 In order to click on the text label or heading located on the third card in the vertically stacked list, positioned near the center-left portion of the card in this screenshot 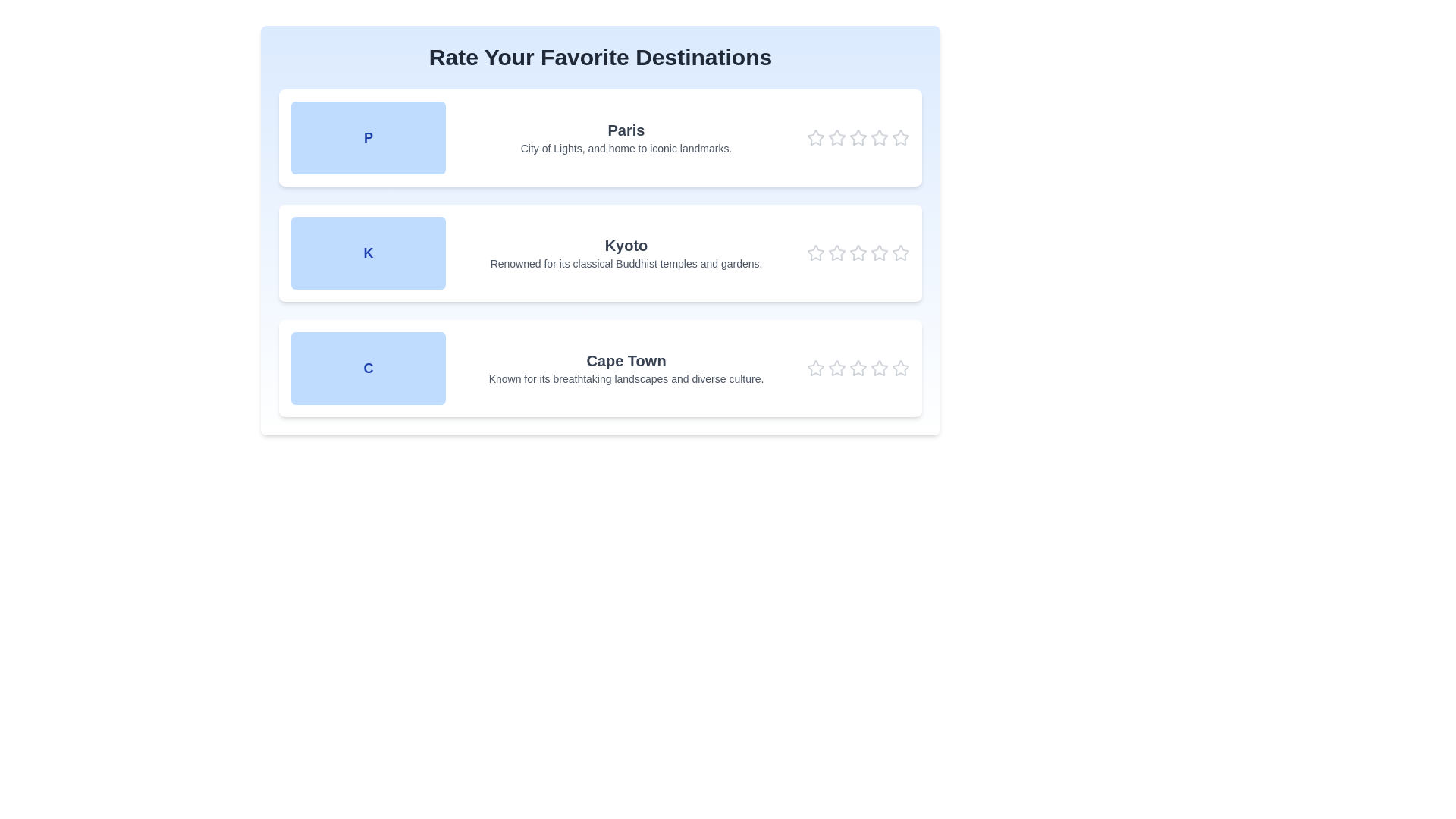, I will do `click(626, 360)`.